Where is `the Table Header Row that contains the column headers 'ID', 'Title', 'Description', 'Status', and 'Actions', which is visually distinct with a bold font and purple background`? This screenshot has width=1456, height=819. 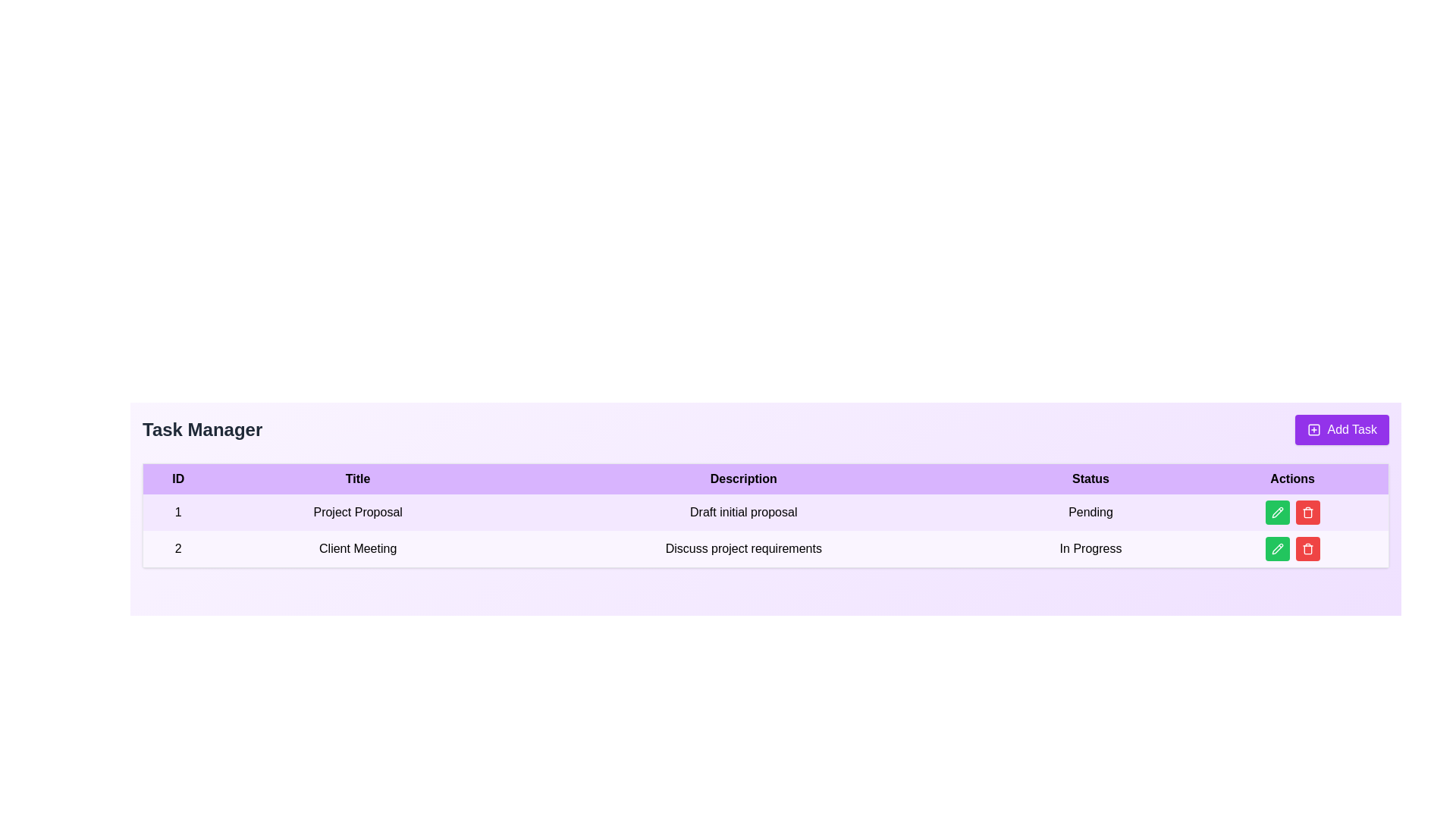 the Table Header Row that contains the column headers 'ID', 'Title', 'Description', 'Status', and 'Actions', which is visually distinct with a bold font and purple background is located at coordinates (765, 479).